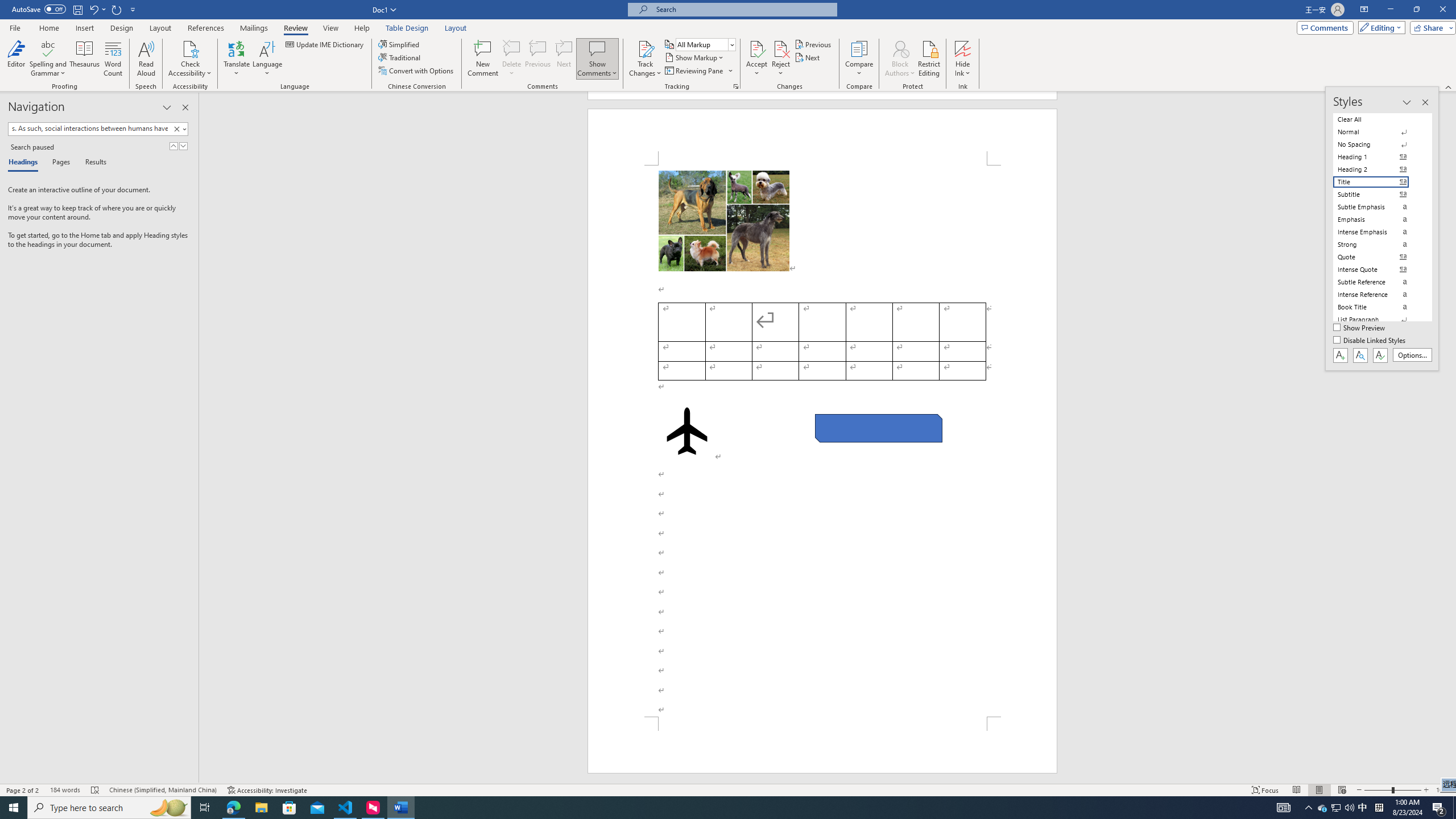  What do you see at coordinates (1378, 270) in the screenshot?
I see `'Intense Quote'` at bounding box center [1378, 270].